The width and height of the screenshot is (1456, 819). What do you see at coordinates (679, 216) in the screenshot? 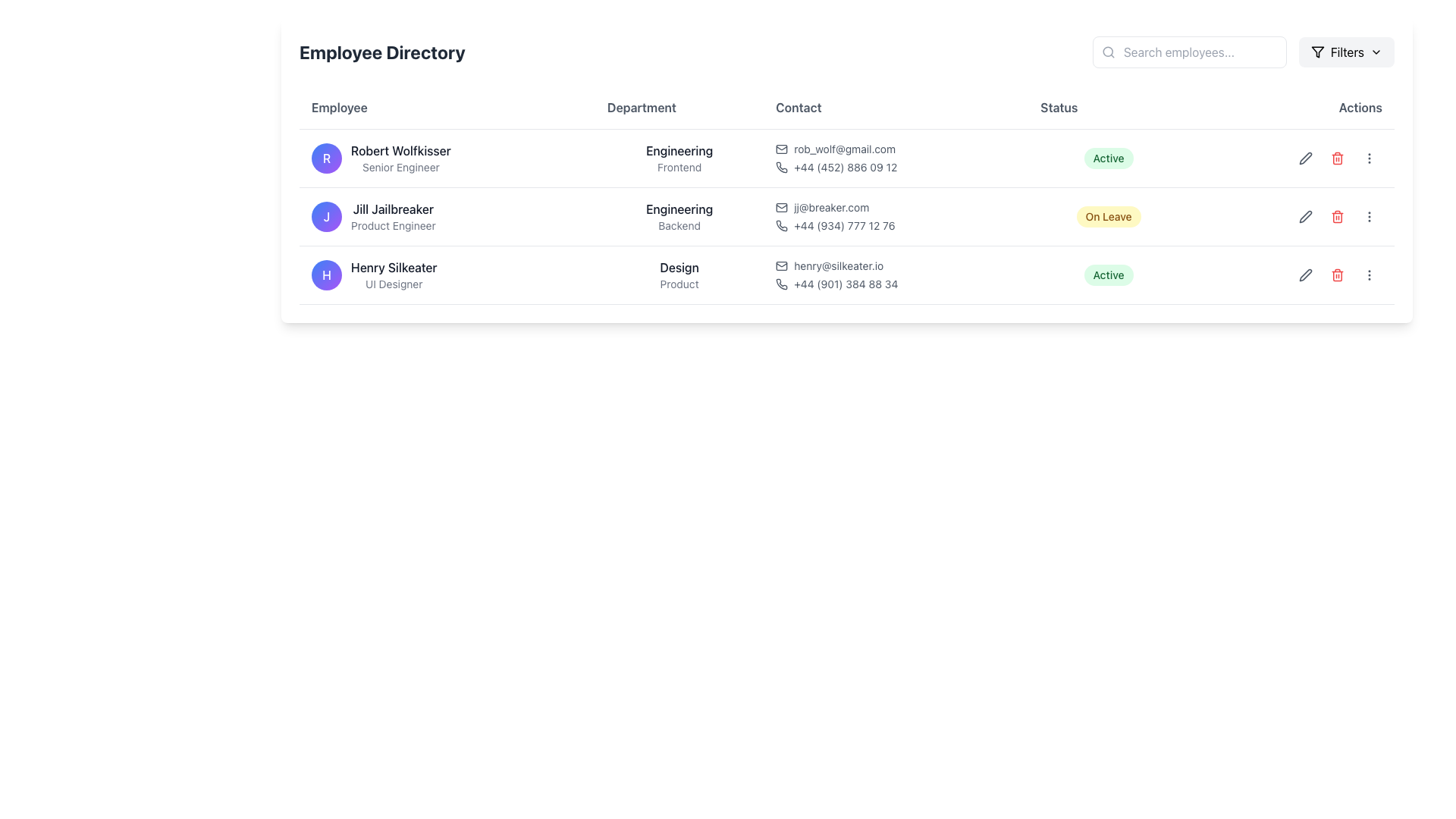
I see `text displayed in the second item under the 'Department' column, which shows 'Engineering' and 'Backend' for the employee 'Jill Jailbreaker'` at bounding box center [679, 216].